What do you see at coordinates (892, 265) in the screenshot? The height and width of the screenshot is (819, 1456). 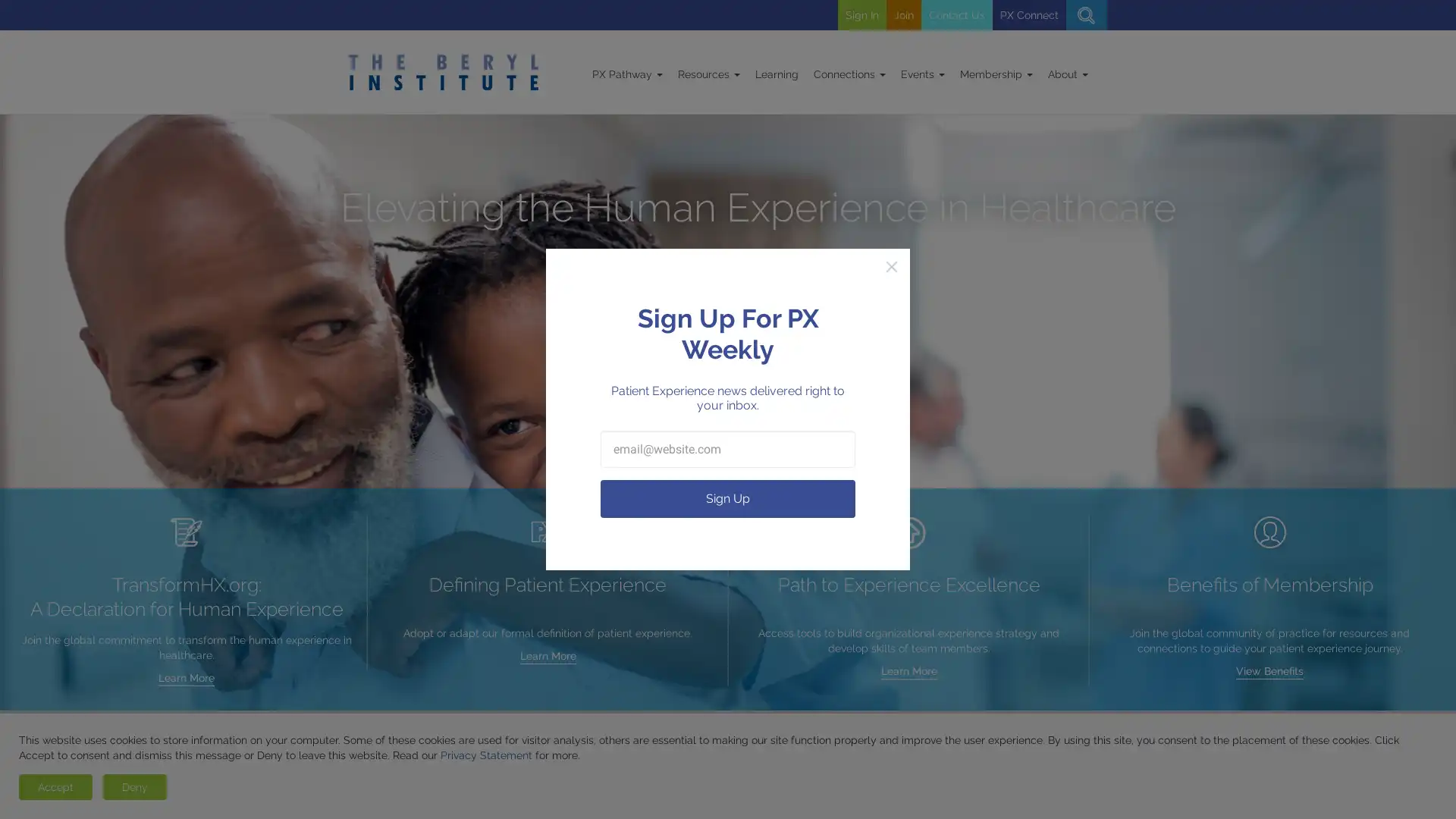 I see `Close` at bounding box center [892, 265].